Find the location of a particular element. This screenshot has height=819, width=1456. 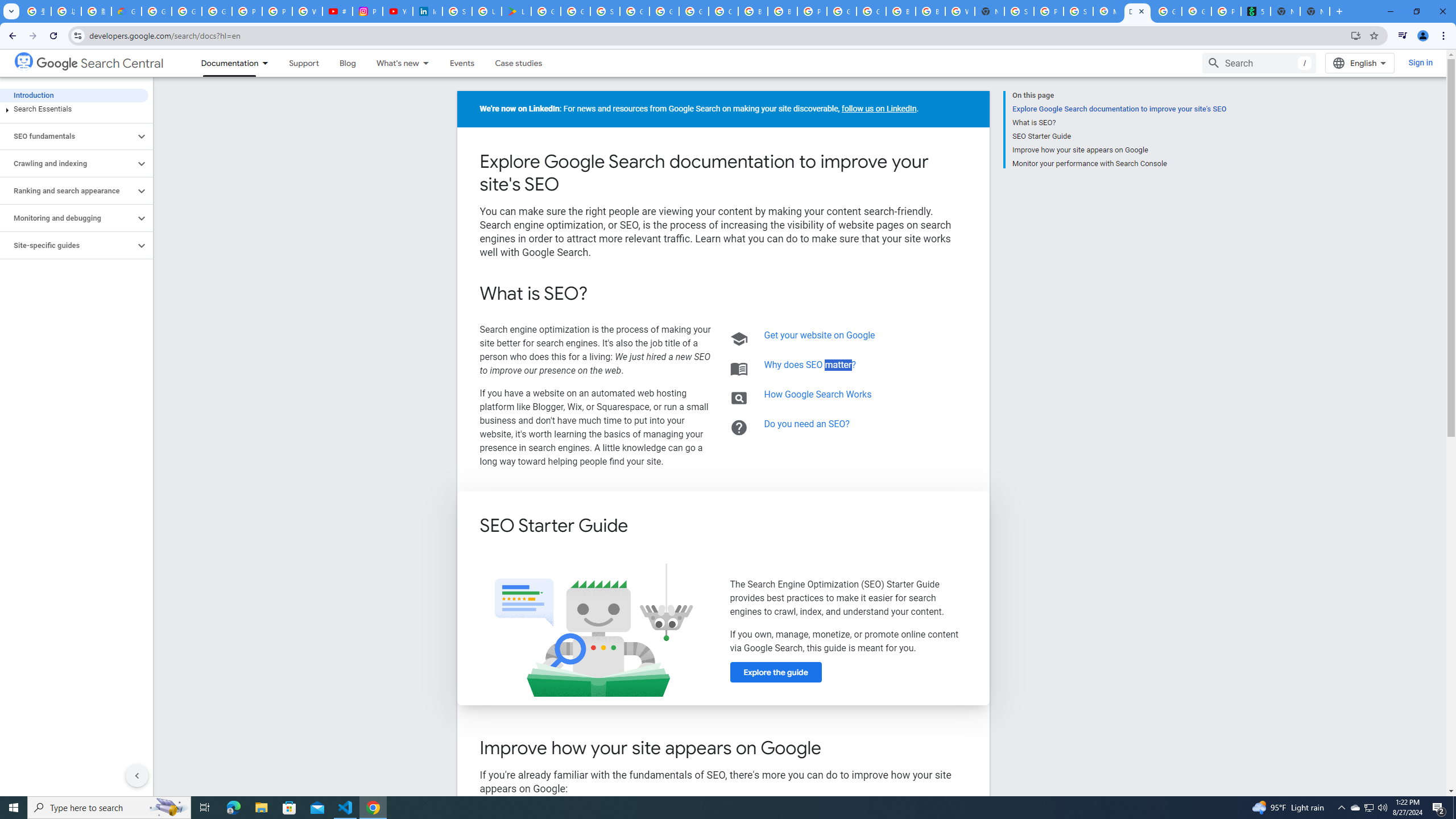

'What is SEO?' is located at coordinates (1118, 122).